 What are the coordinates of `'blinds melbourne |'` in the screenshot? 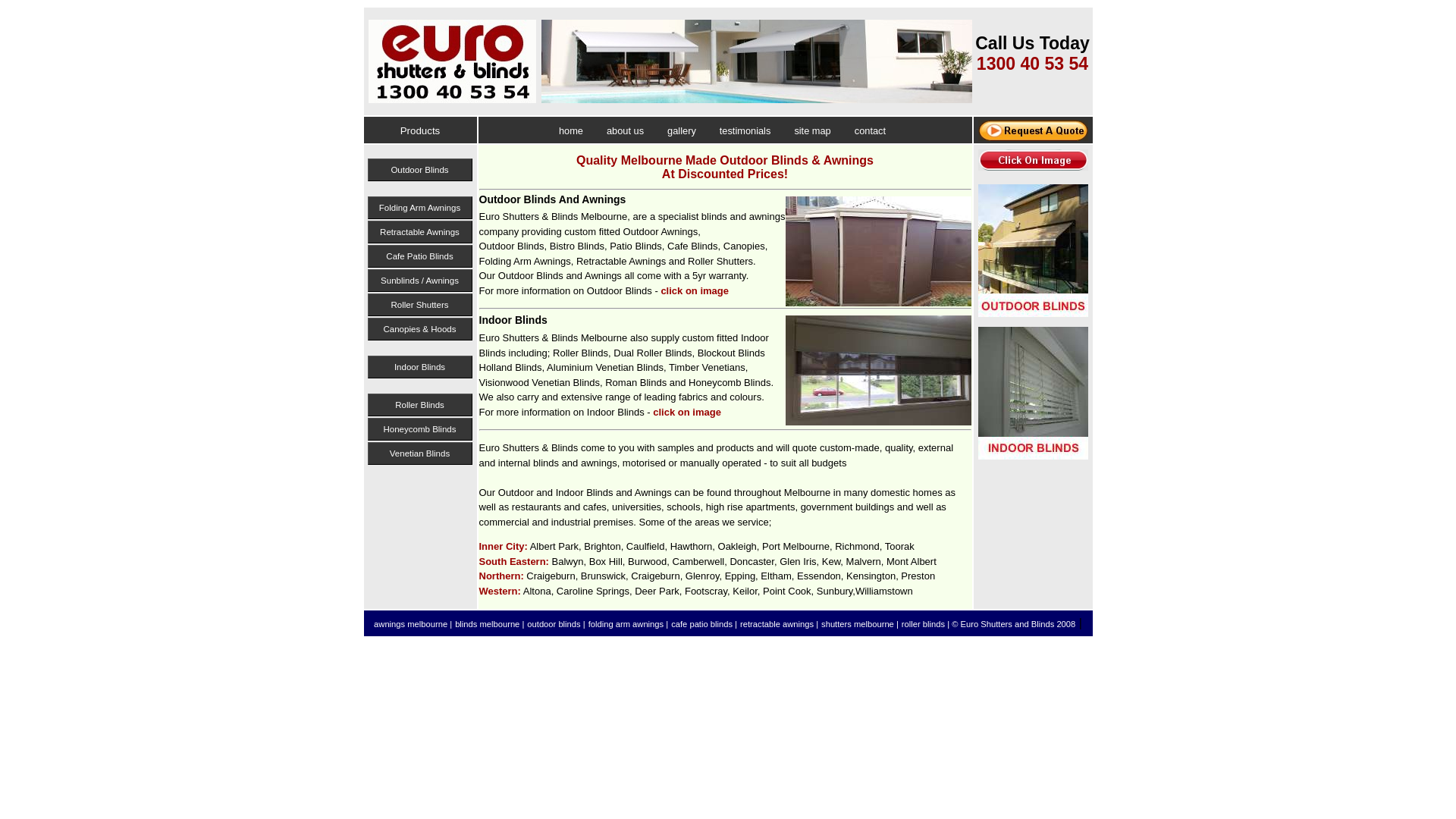 It's located at (489, 623).